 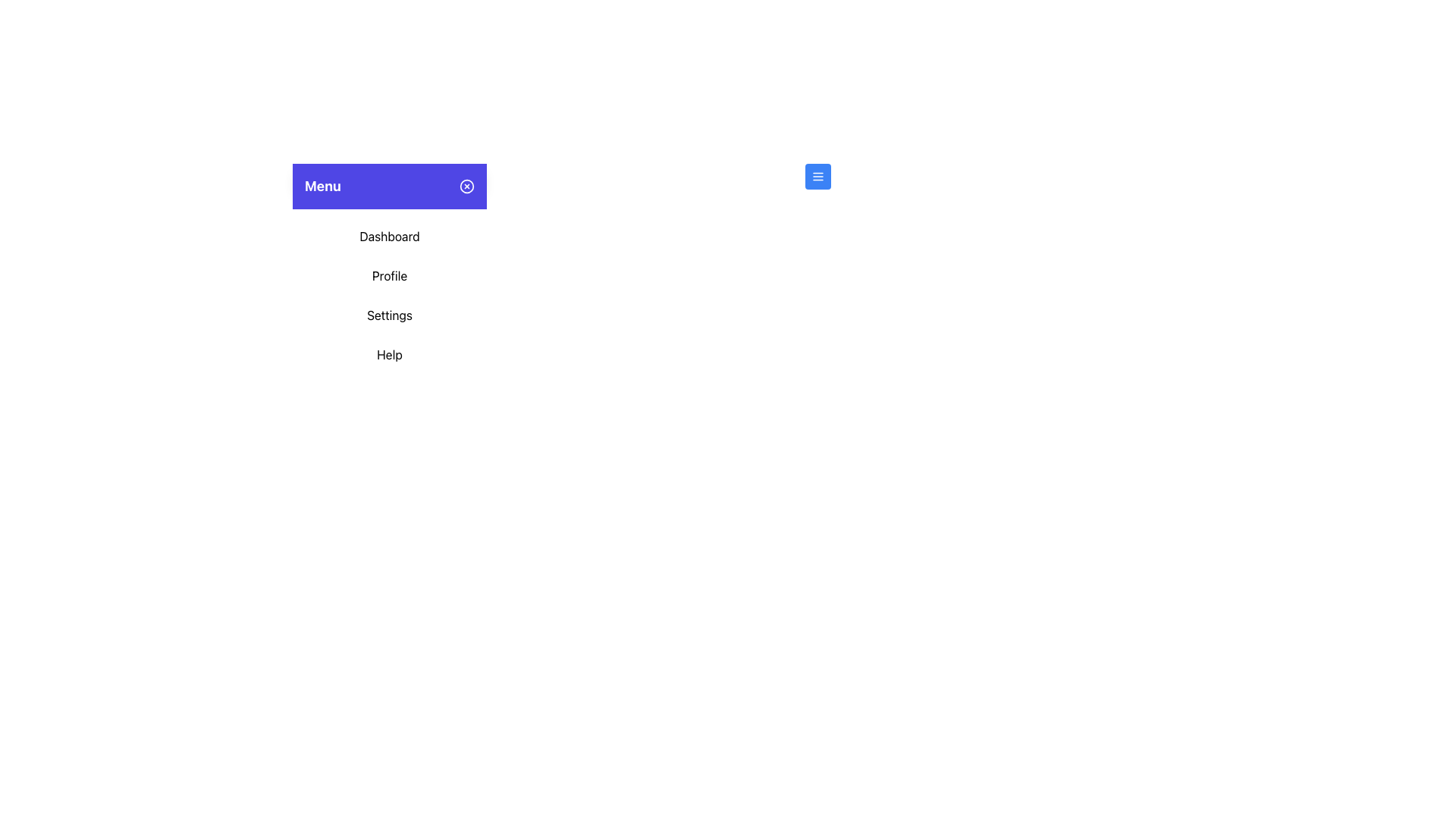 What do you see at coordinates (817, 175) in the screenshot?
I see `the menu toggle button located at the top of the interface` at bounding box center [817, 175].